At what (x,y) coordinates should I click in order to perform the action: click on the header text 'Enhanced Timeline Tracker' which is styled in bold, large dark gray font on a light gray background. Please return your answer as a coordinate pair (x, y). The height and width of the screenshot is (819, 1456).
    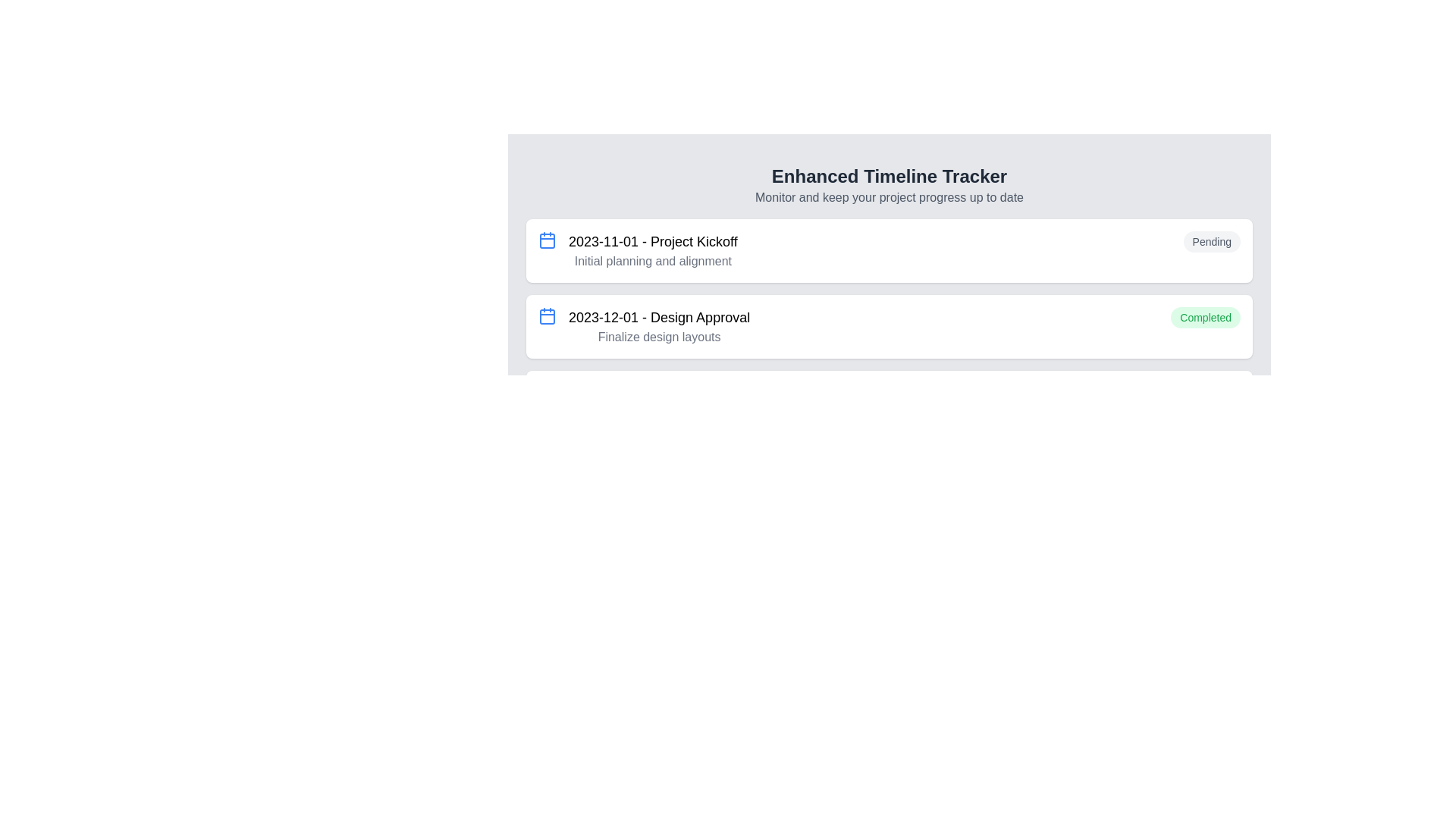
    Looking at the image, I should click on (889, 175).